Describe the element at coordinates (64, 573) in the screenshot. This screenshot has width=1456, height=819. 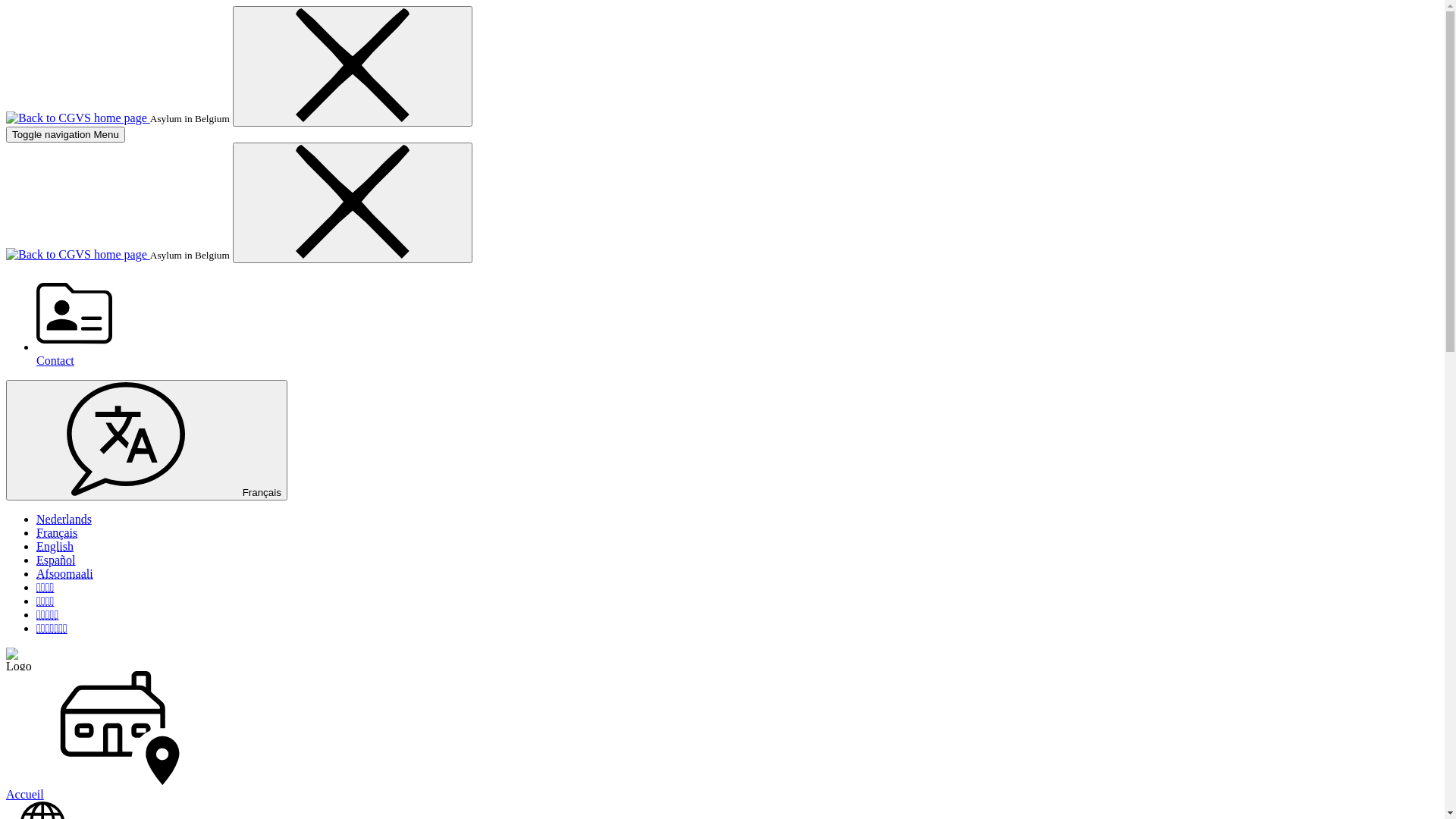
I see `'Afsoomaali'` at that location.